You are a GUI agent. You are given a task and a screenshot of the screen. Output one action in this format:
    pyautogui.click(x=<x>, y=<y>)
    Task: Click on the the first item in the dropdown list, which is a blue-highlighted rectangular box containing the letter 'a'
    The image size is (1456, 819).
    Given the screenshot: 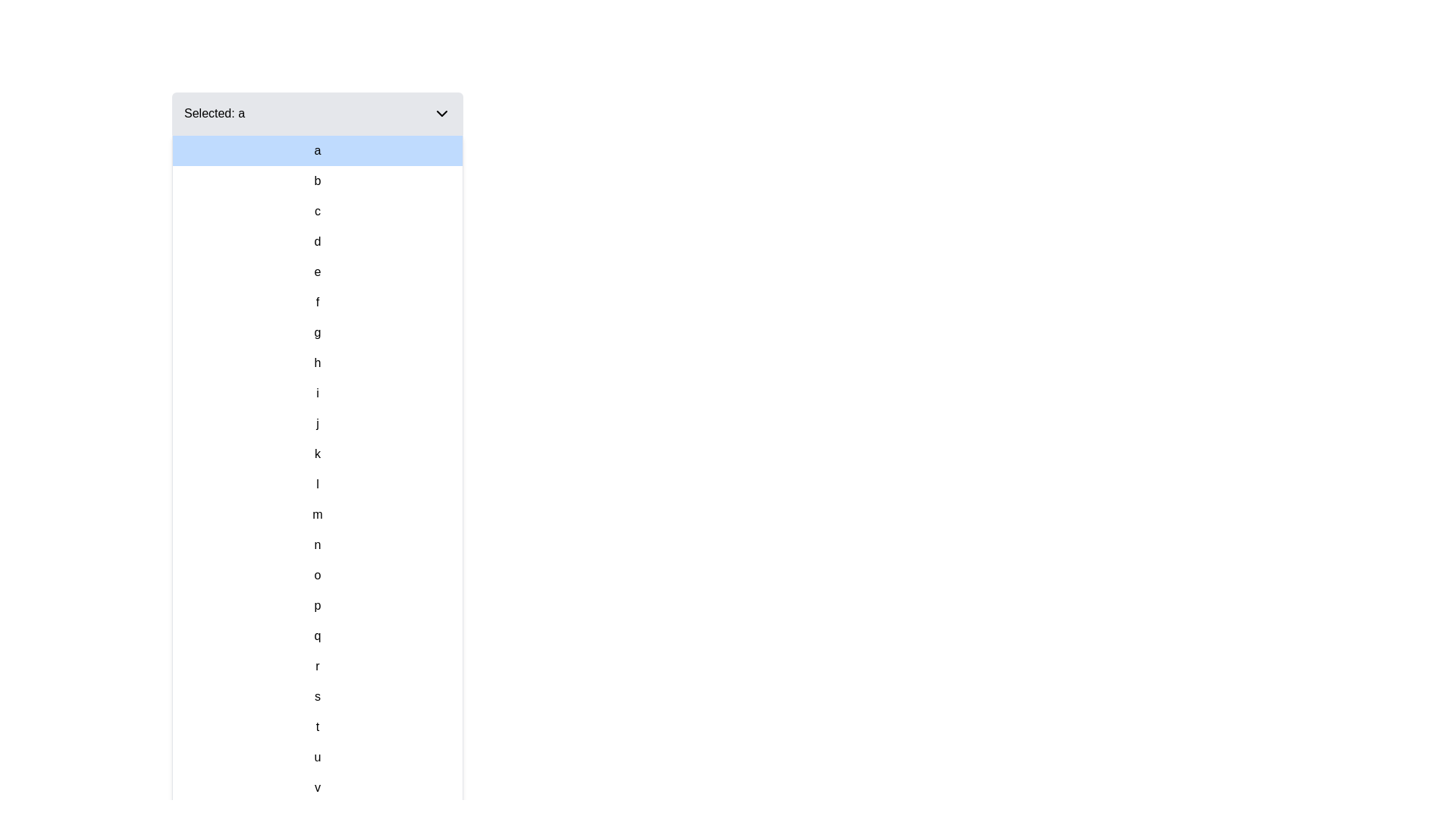 What is the action you would take?
    pyautogui.click(x=316, y=151)
    